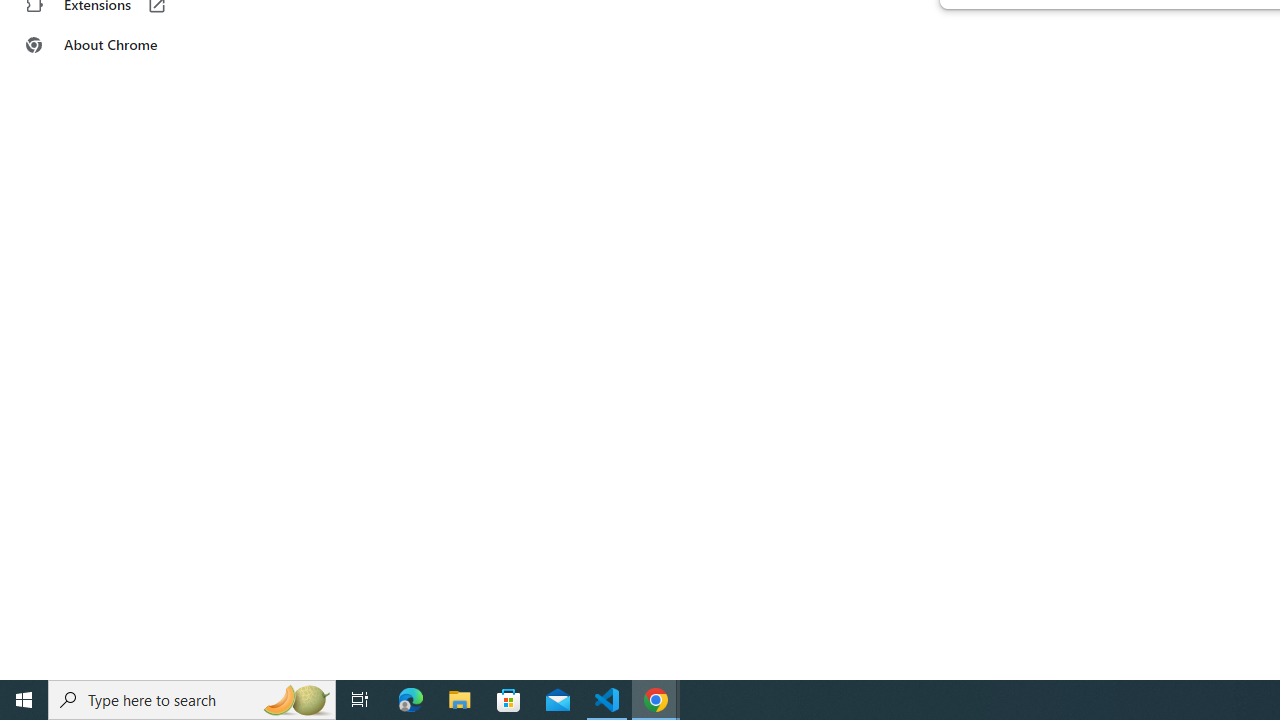  What do you see at coordinates (123, 45) in the screenshot?
I see `'About Chrome'` at bounding box center [123, 45].